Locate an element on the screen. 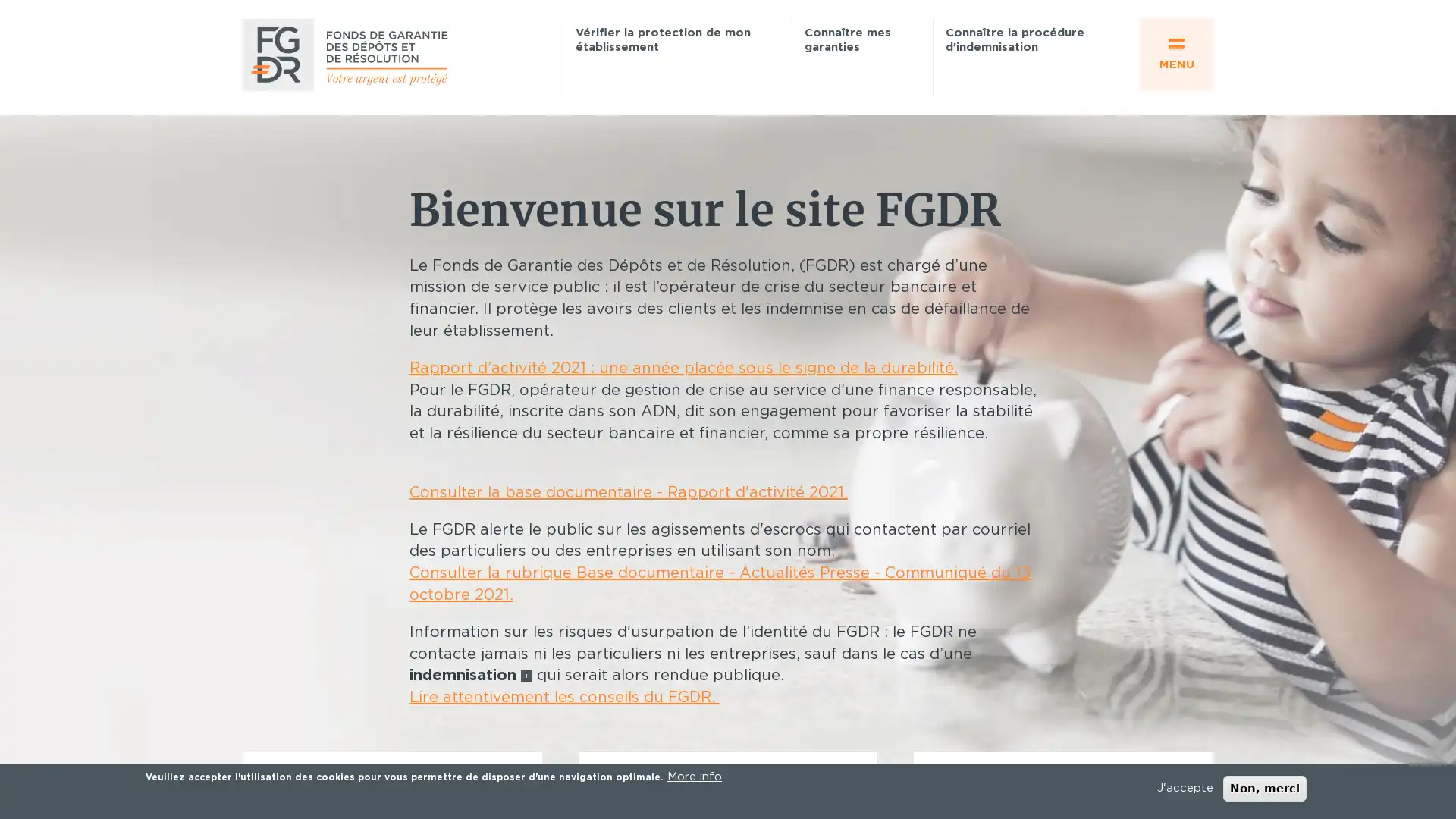  More info is located at coordinates (694, 777).